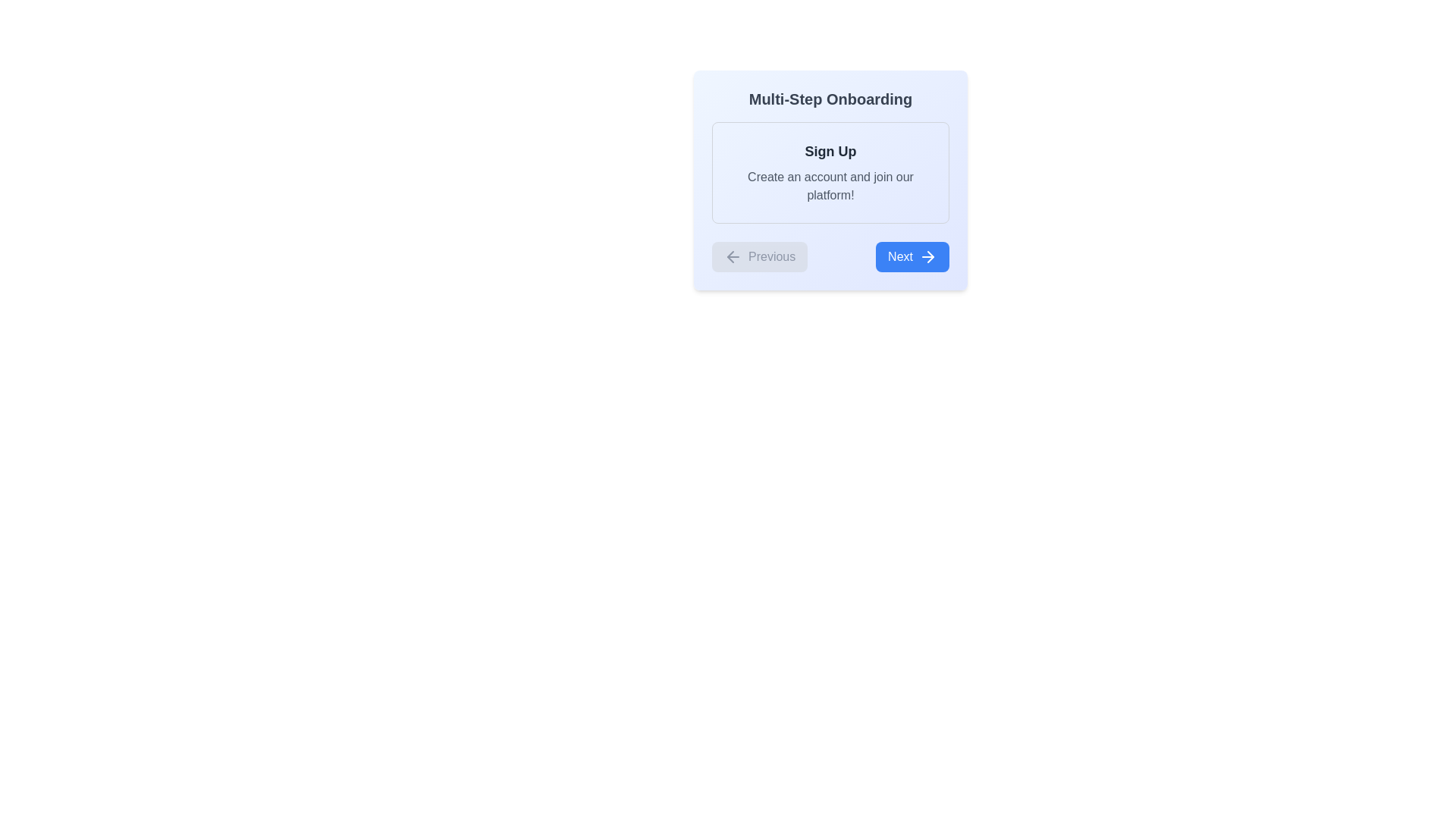 This screenshot has height=819, width=1456. I want to click on the 'Previous' or 'Next' button in the button group, so click(830, 256).